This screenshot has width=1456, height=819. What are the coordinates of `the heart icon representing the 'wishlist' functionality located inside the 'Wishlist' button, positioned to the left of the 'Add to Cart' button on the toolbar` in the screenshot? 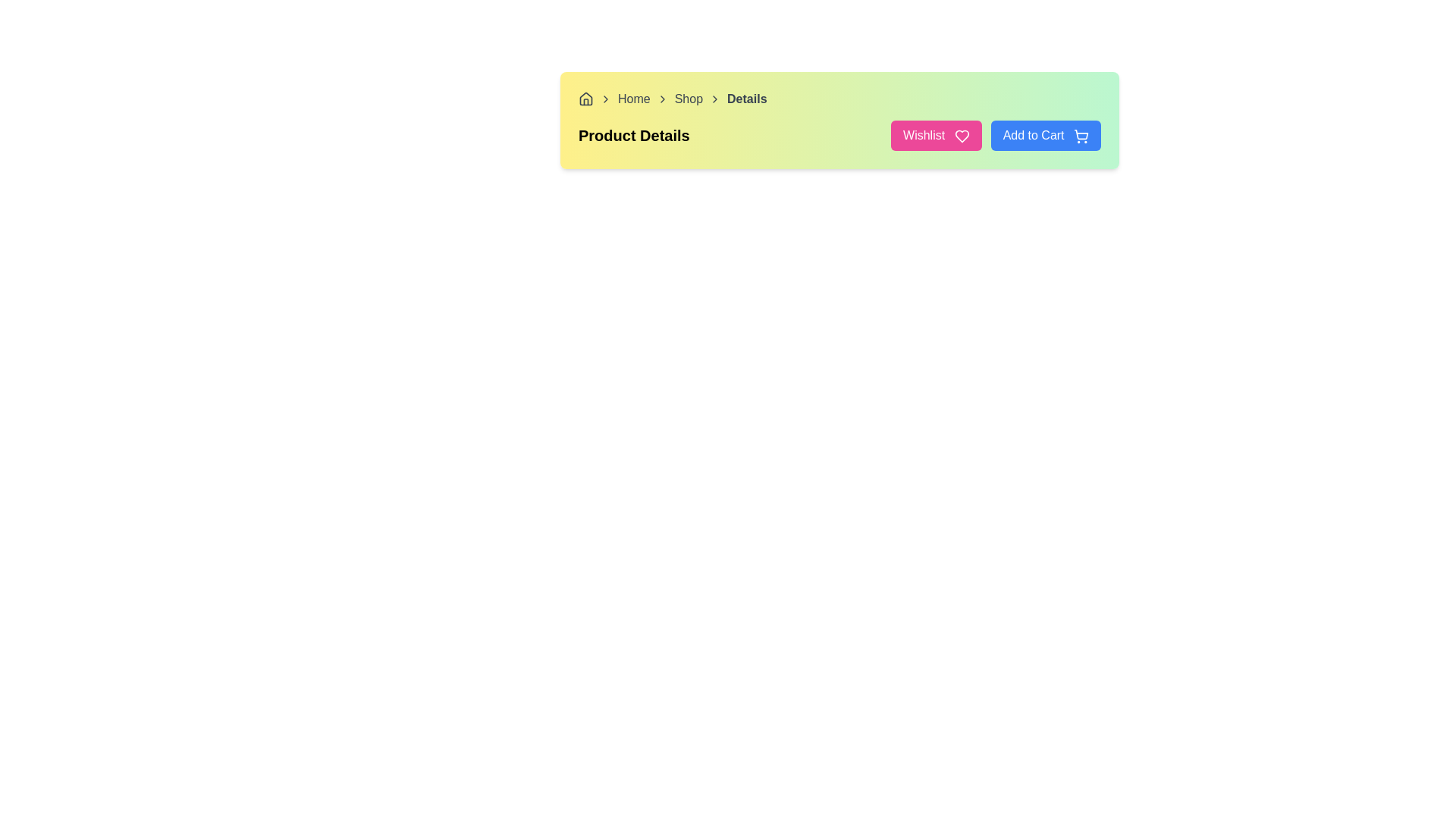 It's located at (961, 135).